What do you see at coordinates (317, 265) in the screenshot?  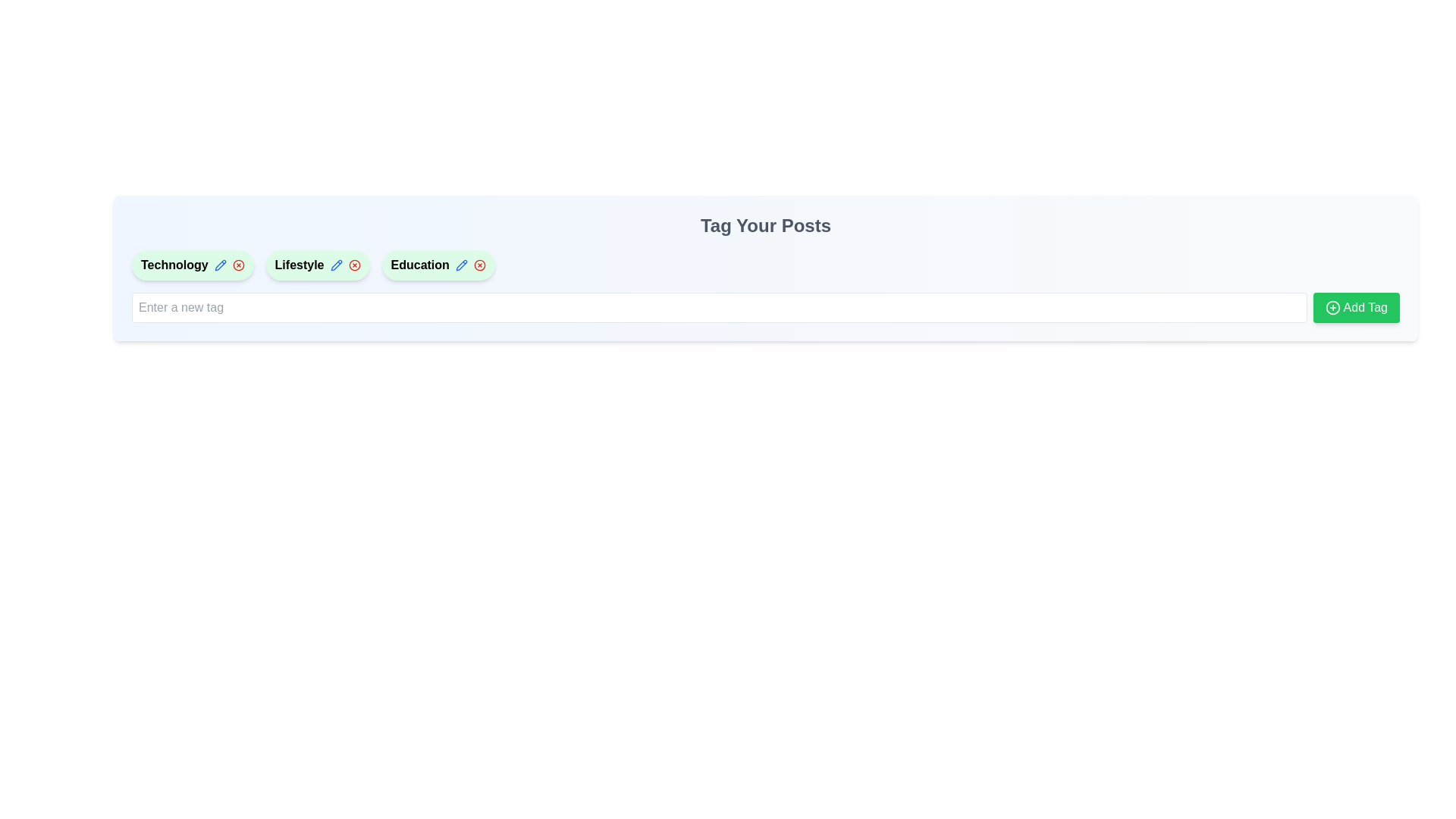 I see `the 'Lifestyle' Composite button, which features bold black text and interactive icons` at bounding box center [317, 265].